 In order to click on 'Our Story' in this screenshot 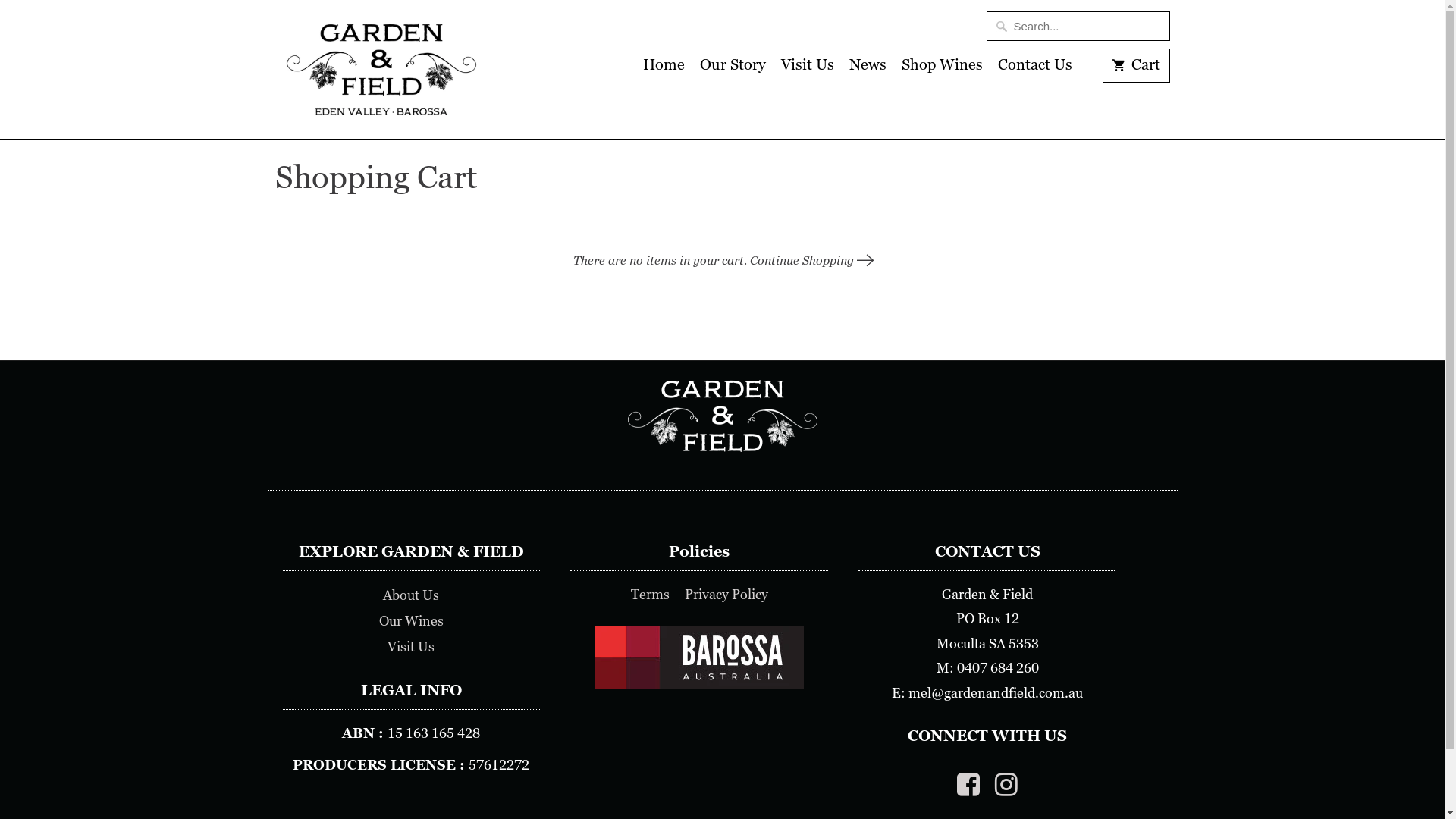, I will do `click(733, 69)`.